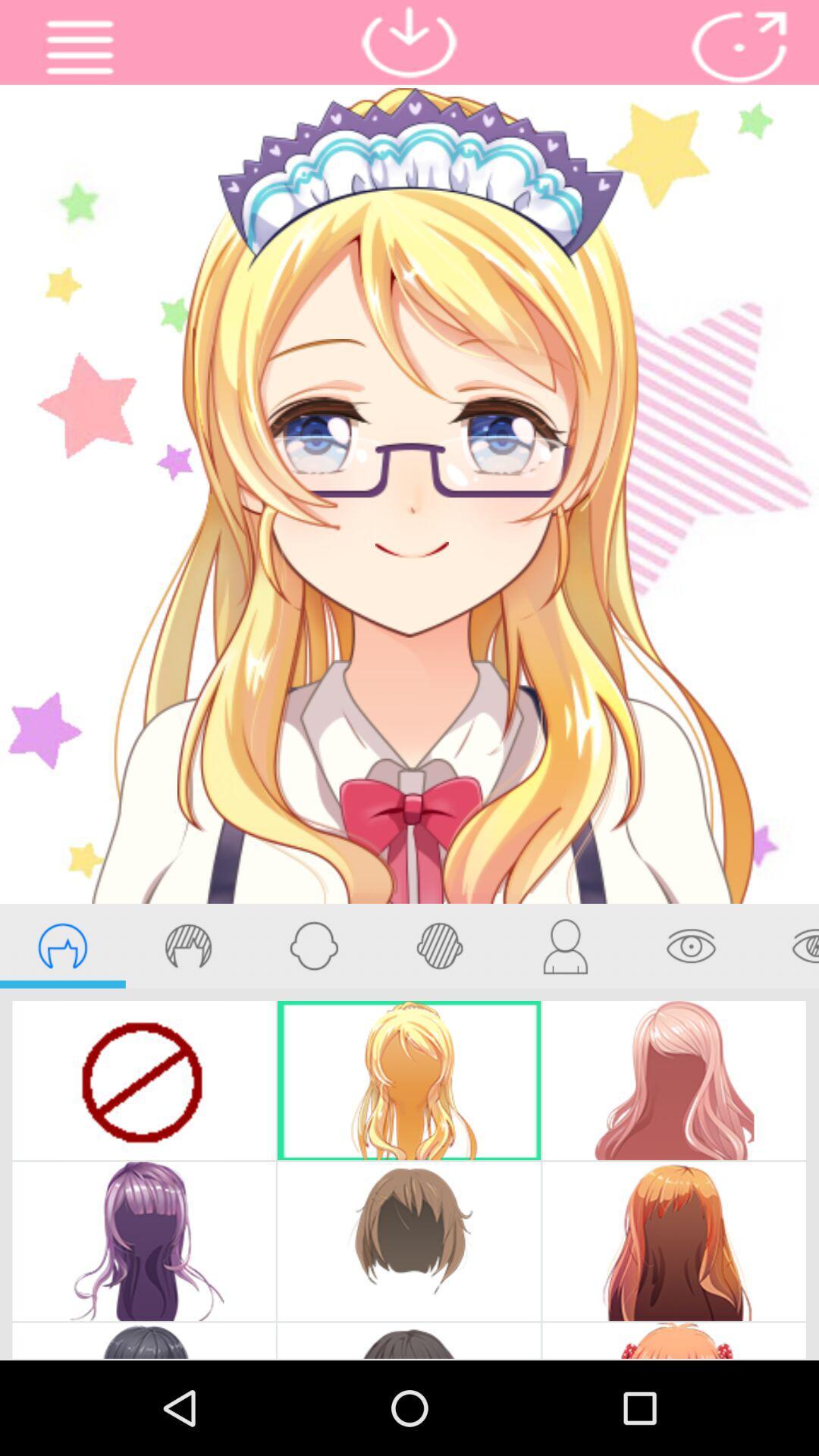 This screenshot has width=819, height=1456. I want to click on hair styles, so click(61, 945).